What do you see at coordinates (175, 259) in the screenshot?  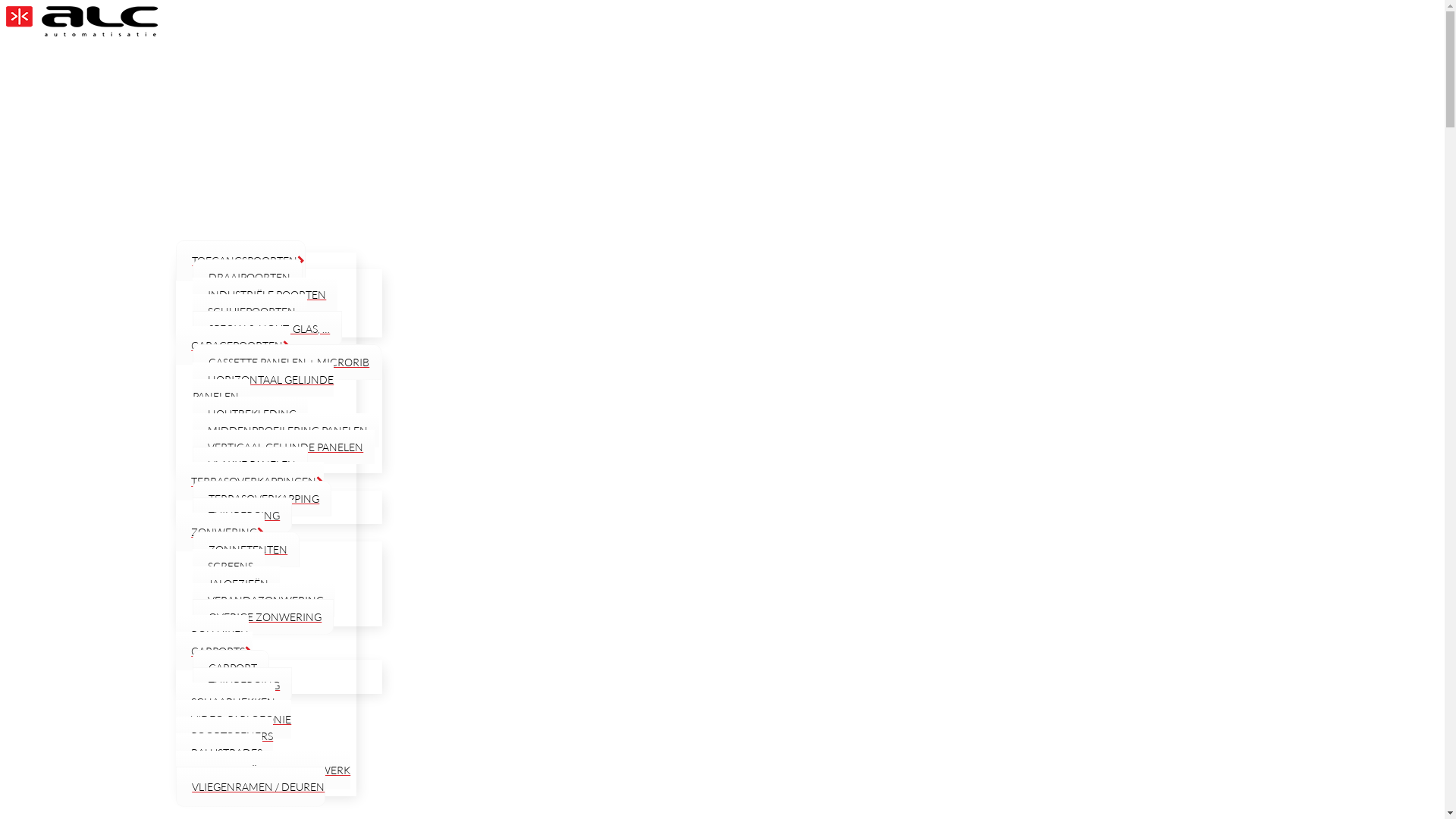 I see `'TOEGANGSPOORTEN'` at bounding box center [175, 259].